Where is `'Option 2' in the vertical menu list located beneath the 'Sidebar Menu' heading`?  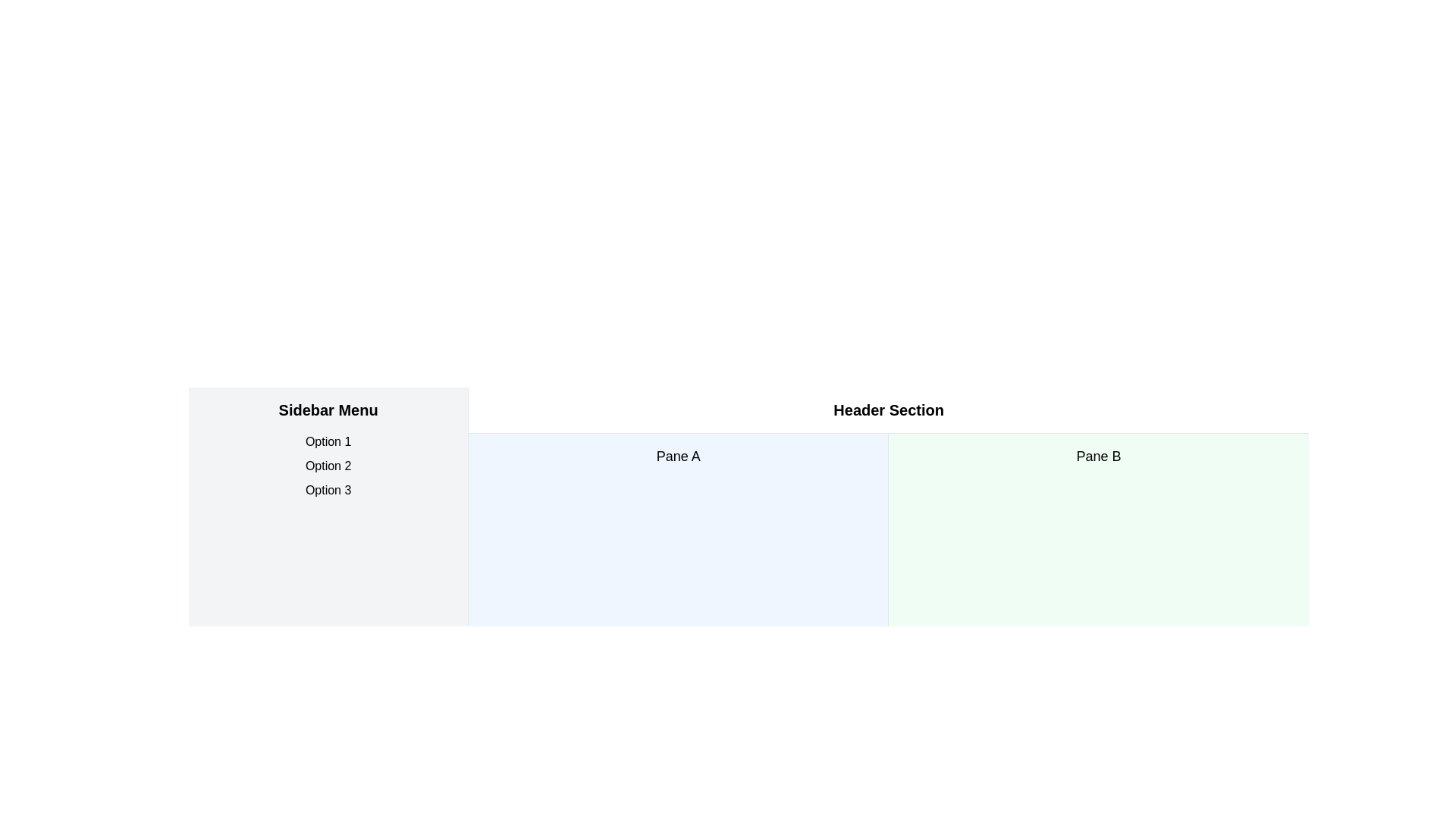
'Option 2' in the vertical menu list located beneath the 'Sidebar Menu' heading is located at coordinates (328, 465).